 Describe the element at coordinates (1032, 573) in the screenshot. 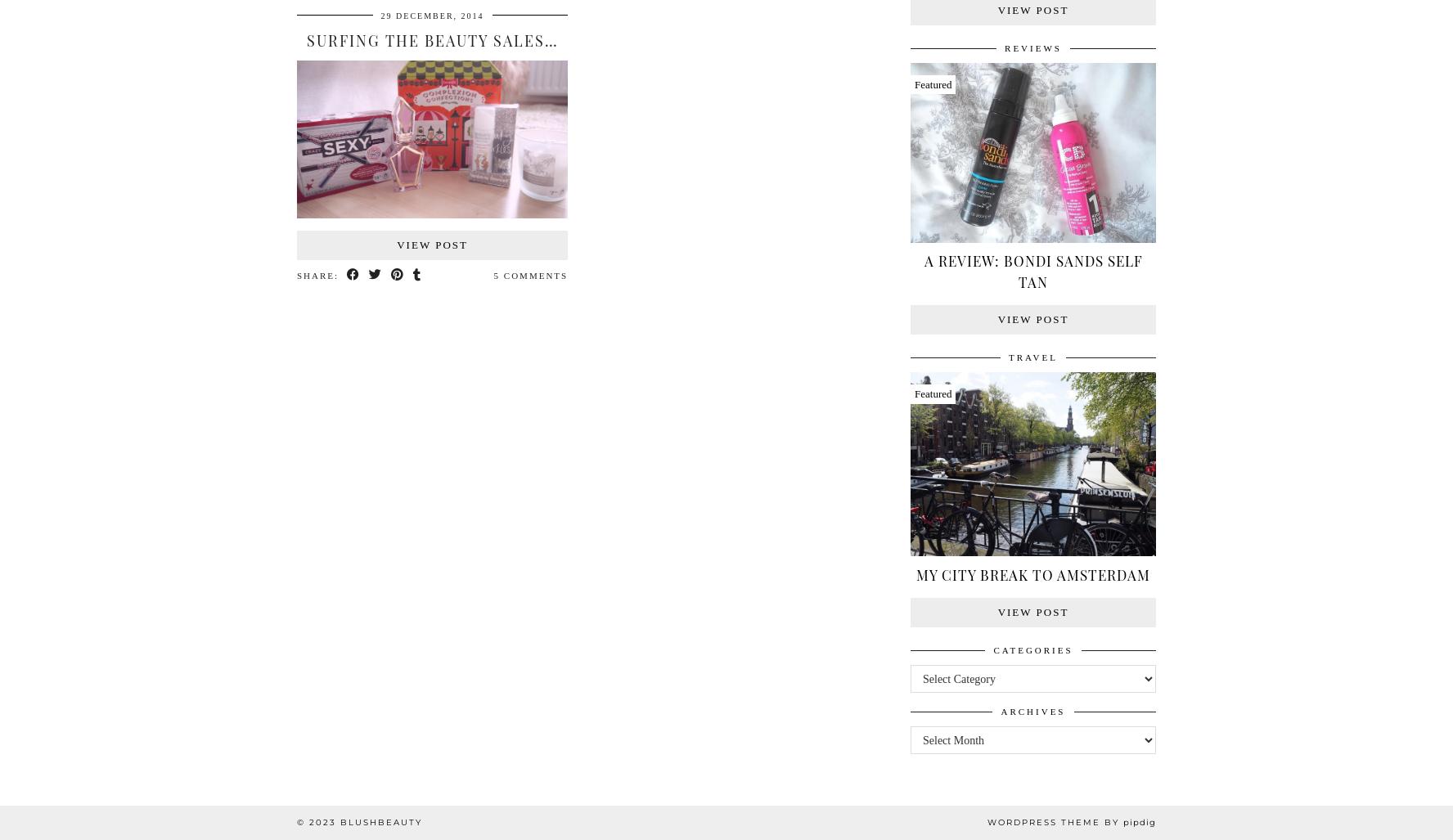

I see `'My City Break to Amsterdam'` at that location.